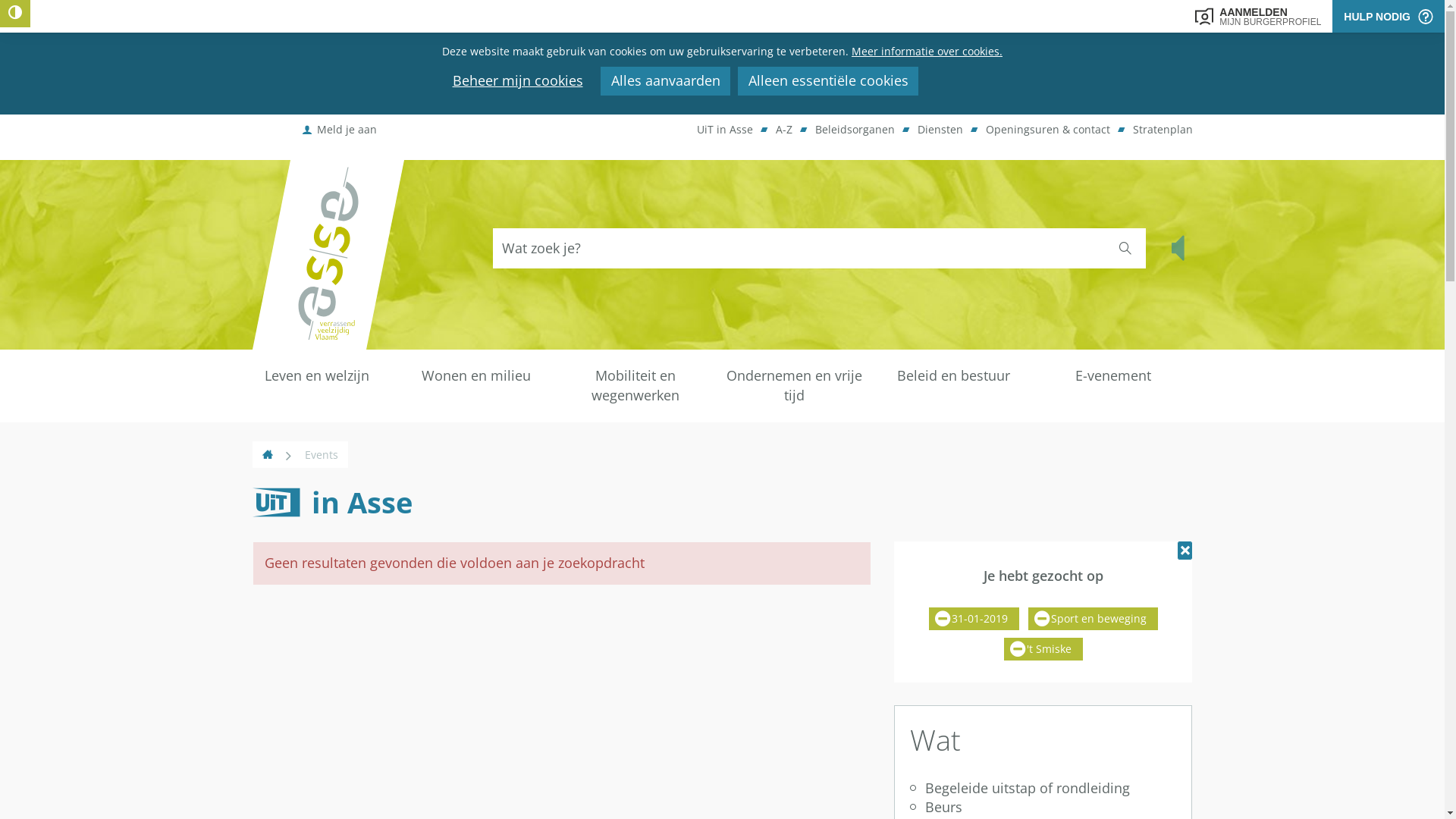 The height and width of the screenshot is (819, 1456). Describe the element at coordinates (1162, 129) in the screenshot. I see `'Stratenplan'` at that location.